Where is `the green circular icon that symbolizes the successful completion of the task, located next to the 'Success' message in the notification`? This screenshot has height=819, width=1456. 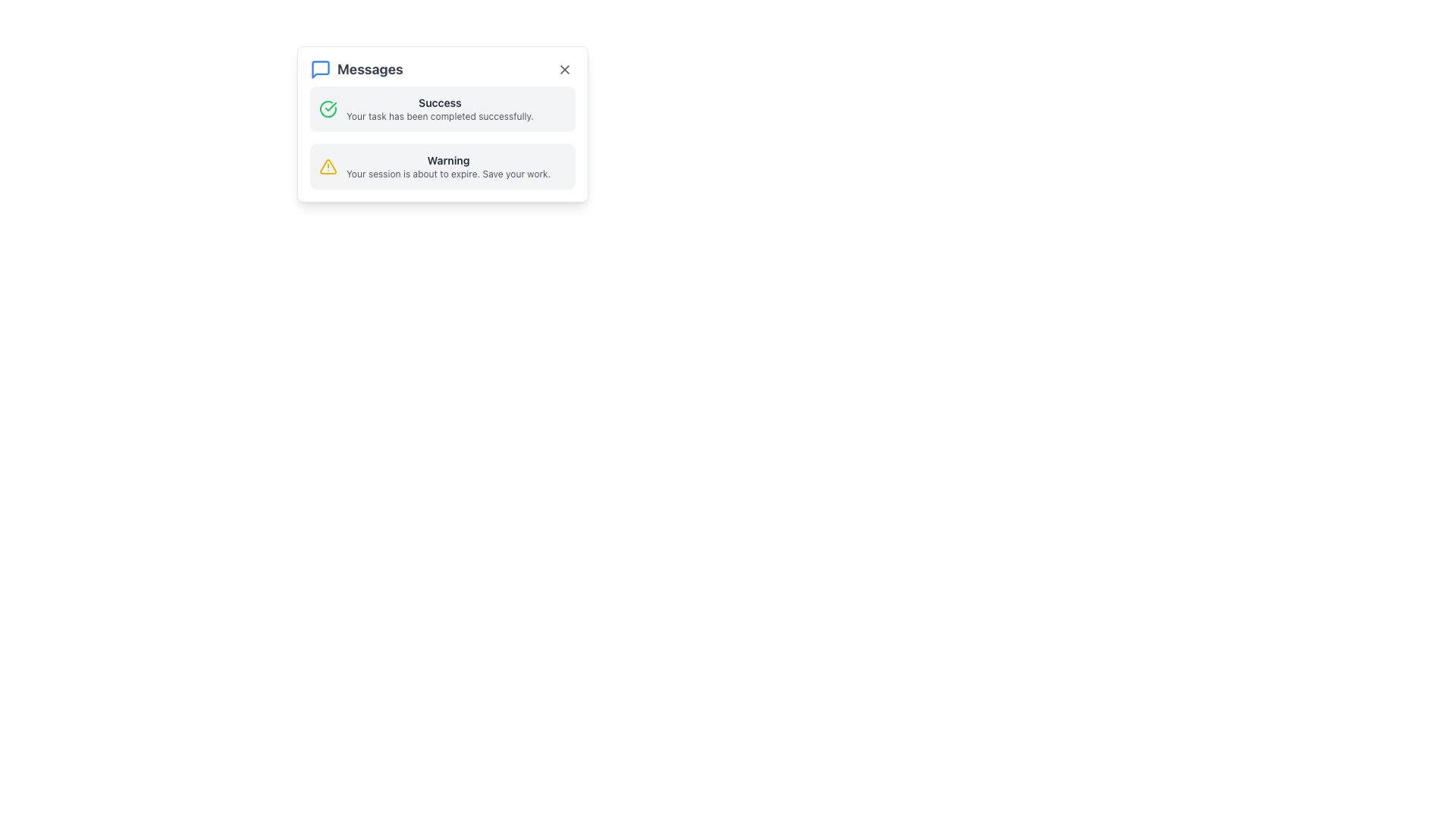
the green circular icon that symbolizes the successful completion of the task, located next to the 'Success' message in the notification is located at coordinates (330, 106).